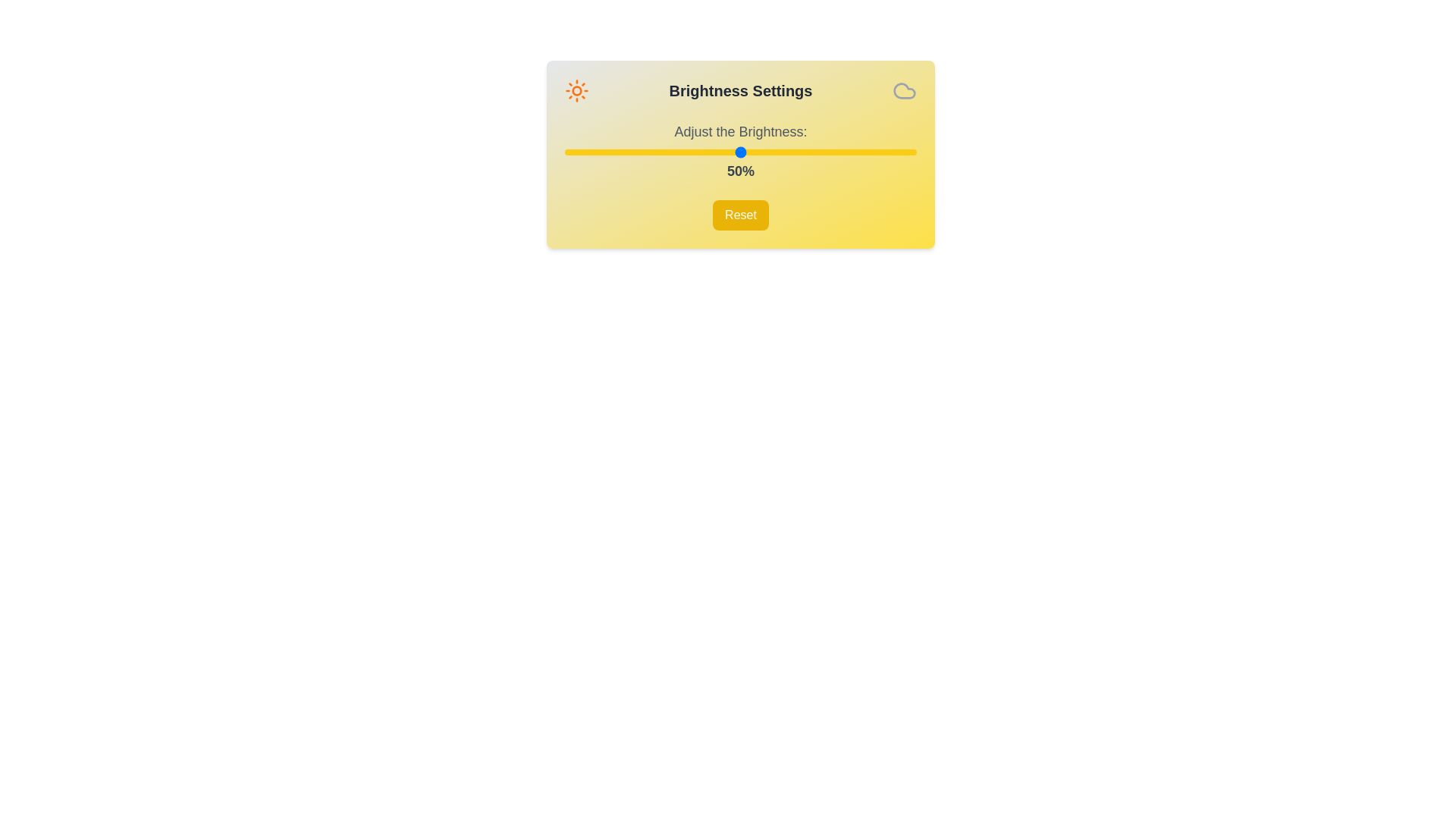  I want to click on the brightness slider to set the brightness level to 76%, so click(831, 152).